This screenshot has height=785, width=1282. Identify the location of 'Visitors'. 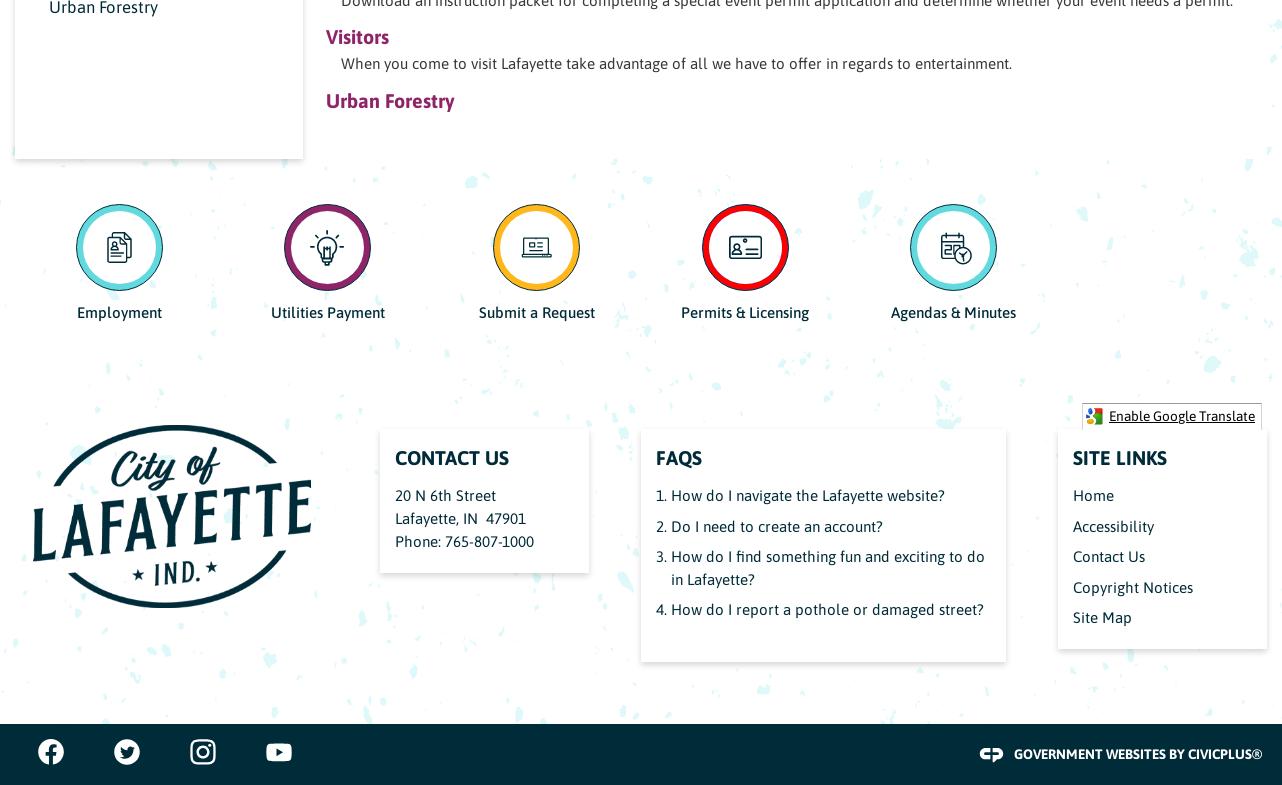
(355, 35).